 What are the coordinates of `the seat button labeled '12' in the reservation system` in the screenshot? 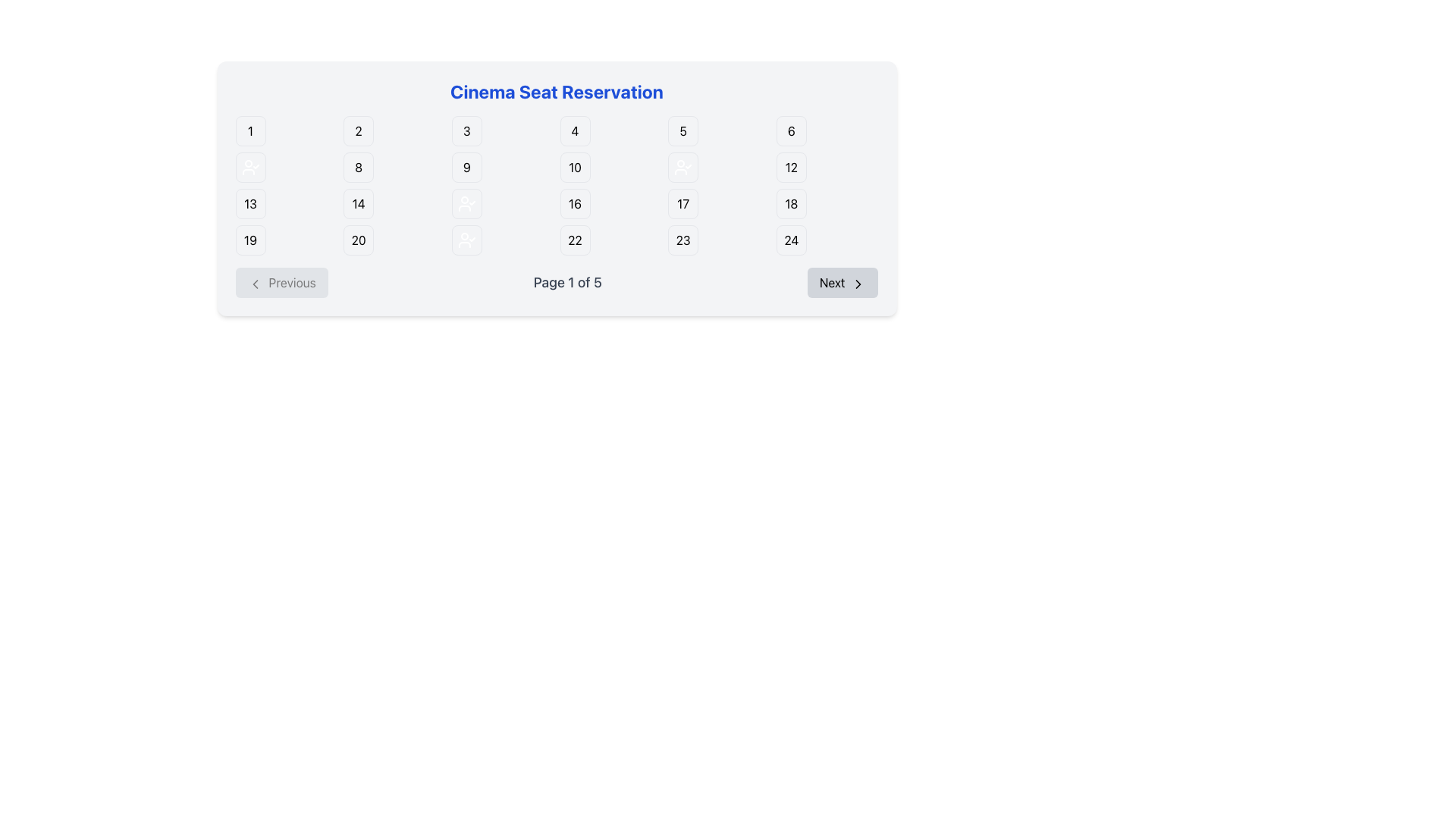 It's located at (790, 167).